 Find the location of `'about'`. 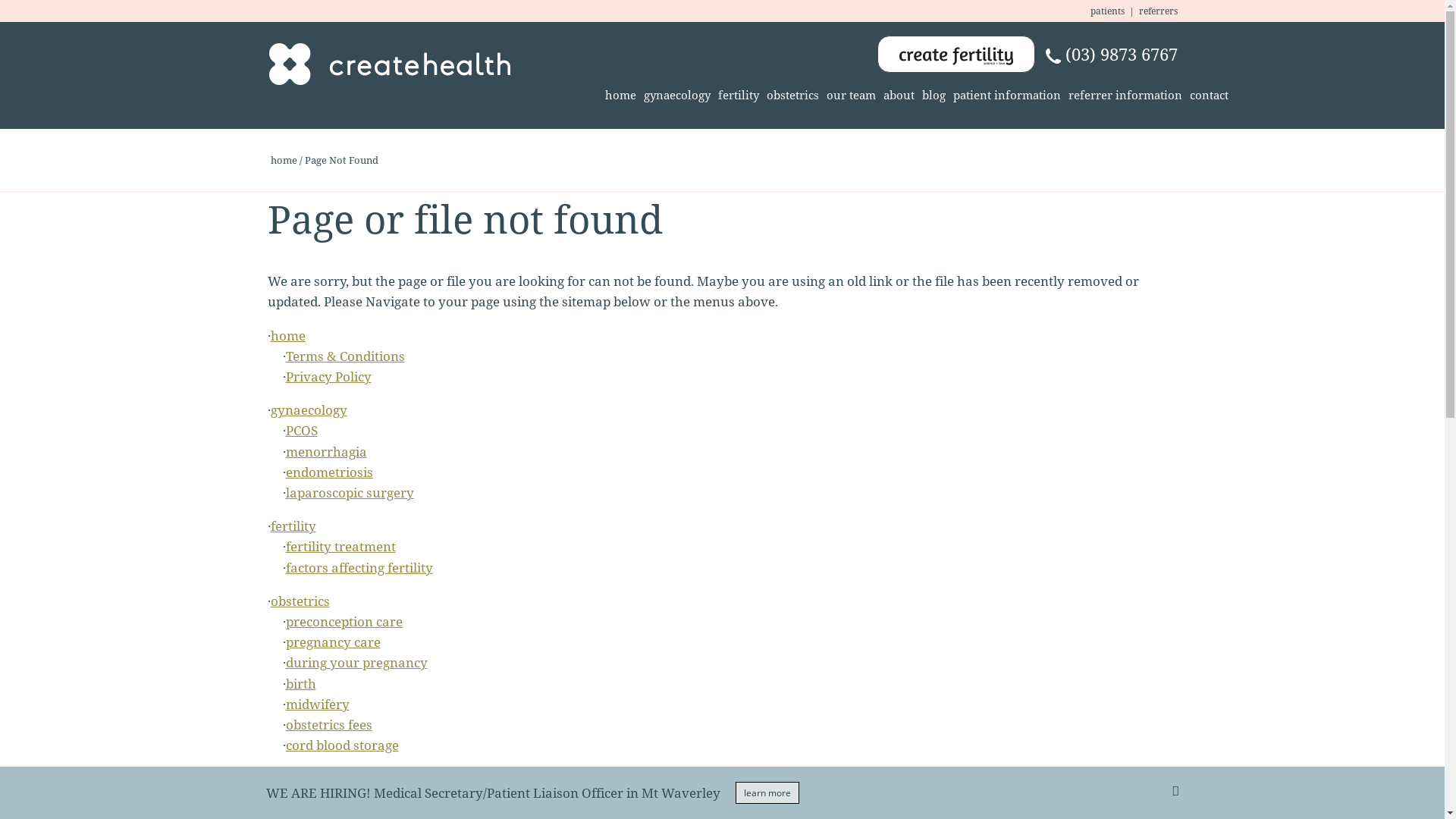

'about' is located at coordinates (899, 96).